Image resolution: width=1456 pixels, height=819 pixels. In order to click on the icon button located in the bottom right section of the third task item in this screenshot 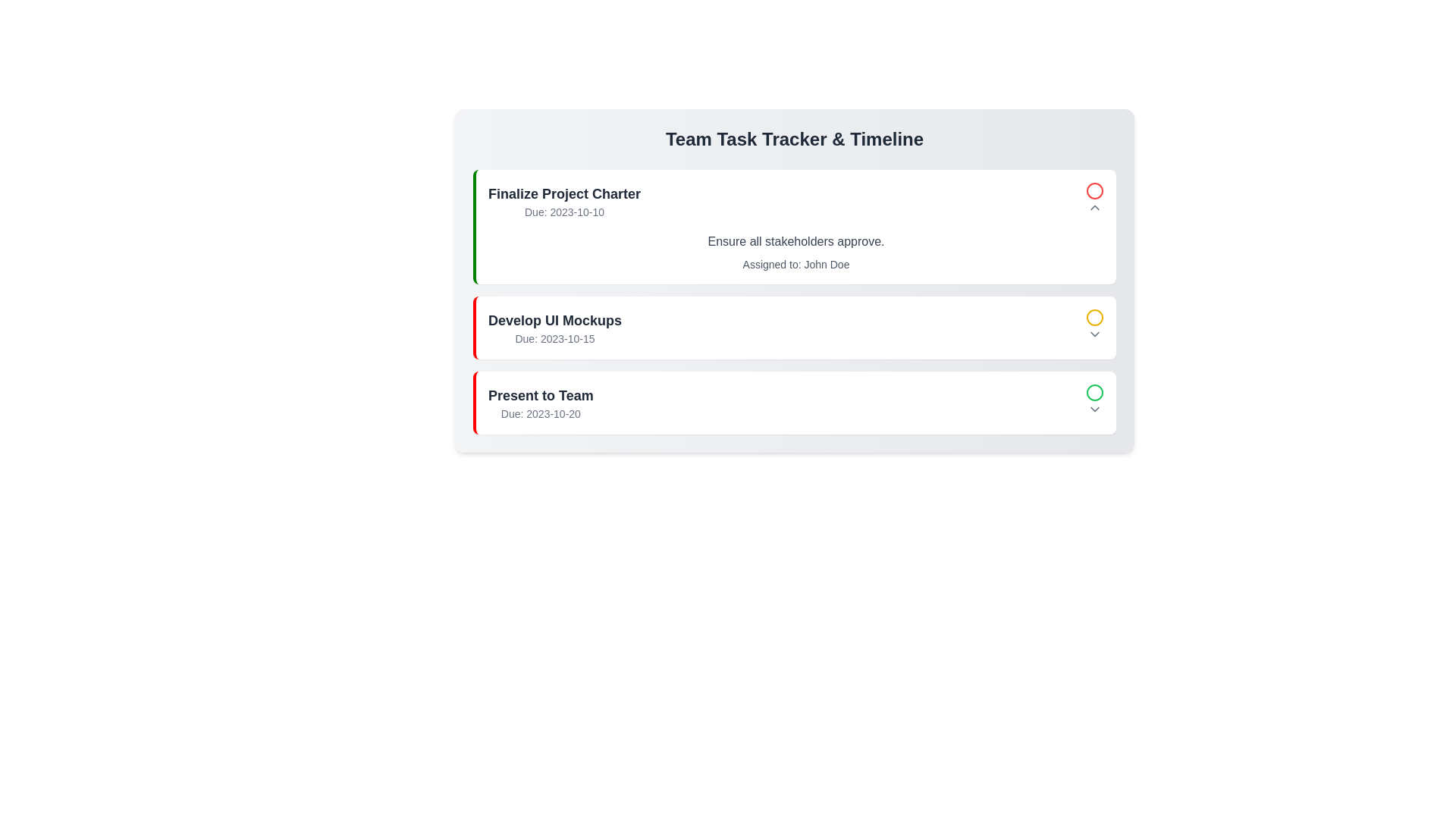, I will do `click(1095, 409)`.